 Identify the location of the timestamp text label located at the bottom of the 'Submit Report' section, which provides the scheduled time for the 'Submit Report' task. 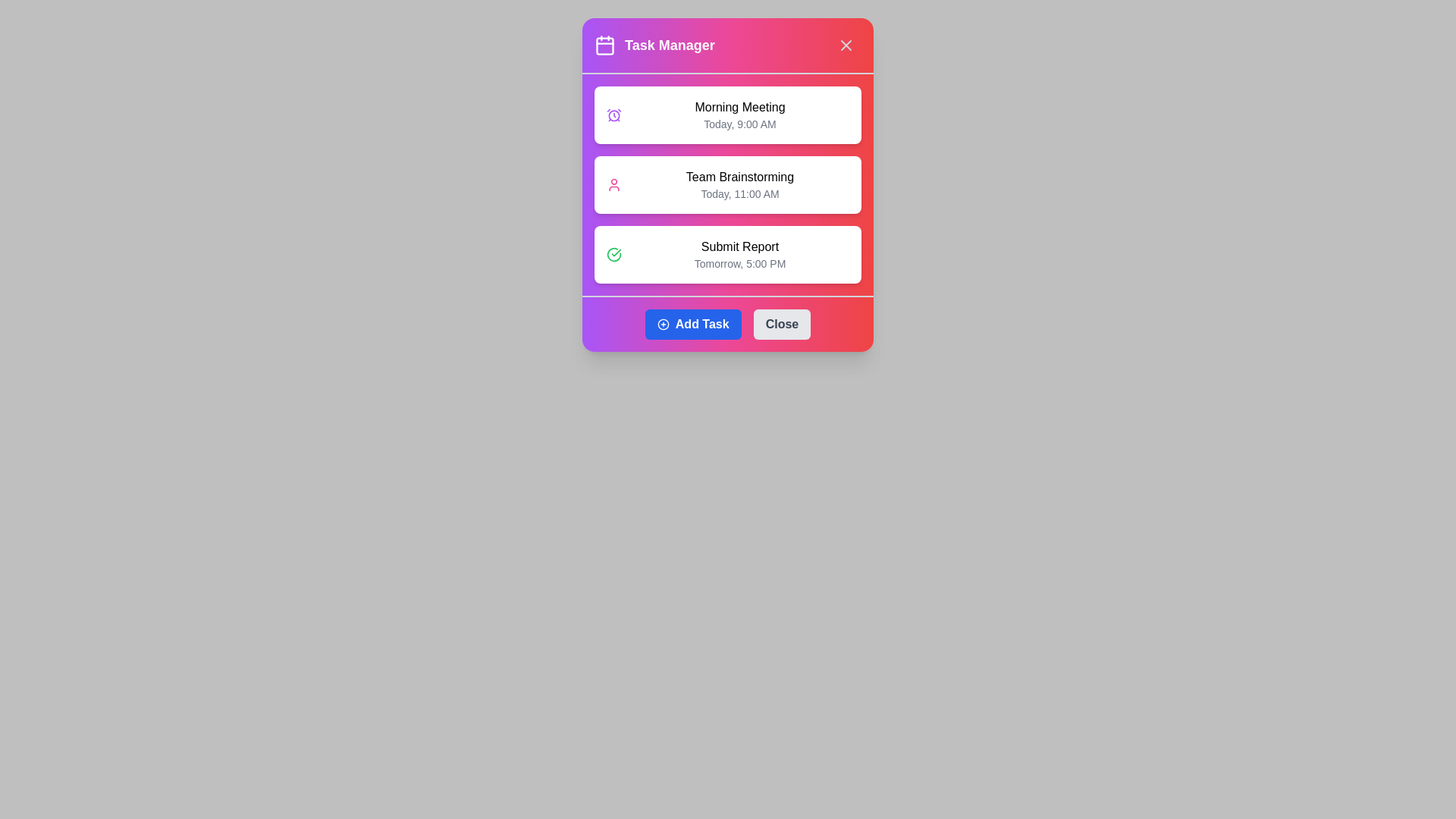
(739, 262).